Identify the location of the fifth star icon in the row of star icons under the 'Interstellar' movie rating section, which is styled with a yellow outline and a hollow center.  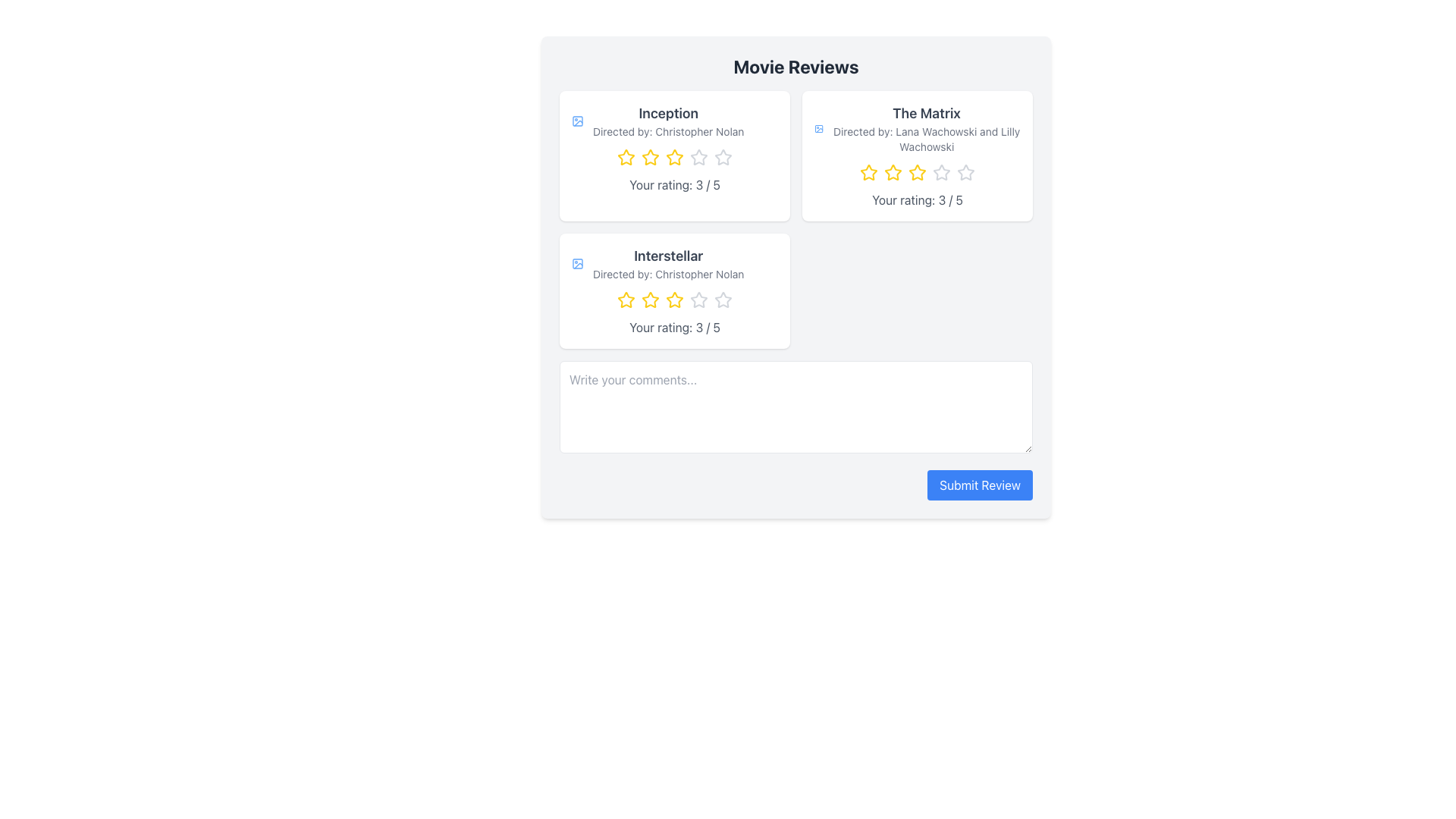
(673, 300).